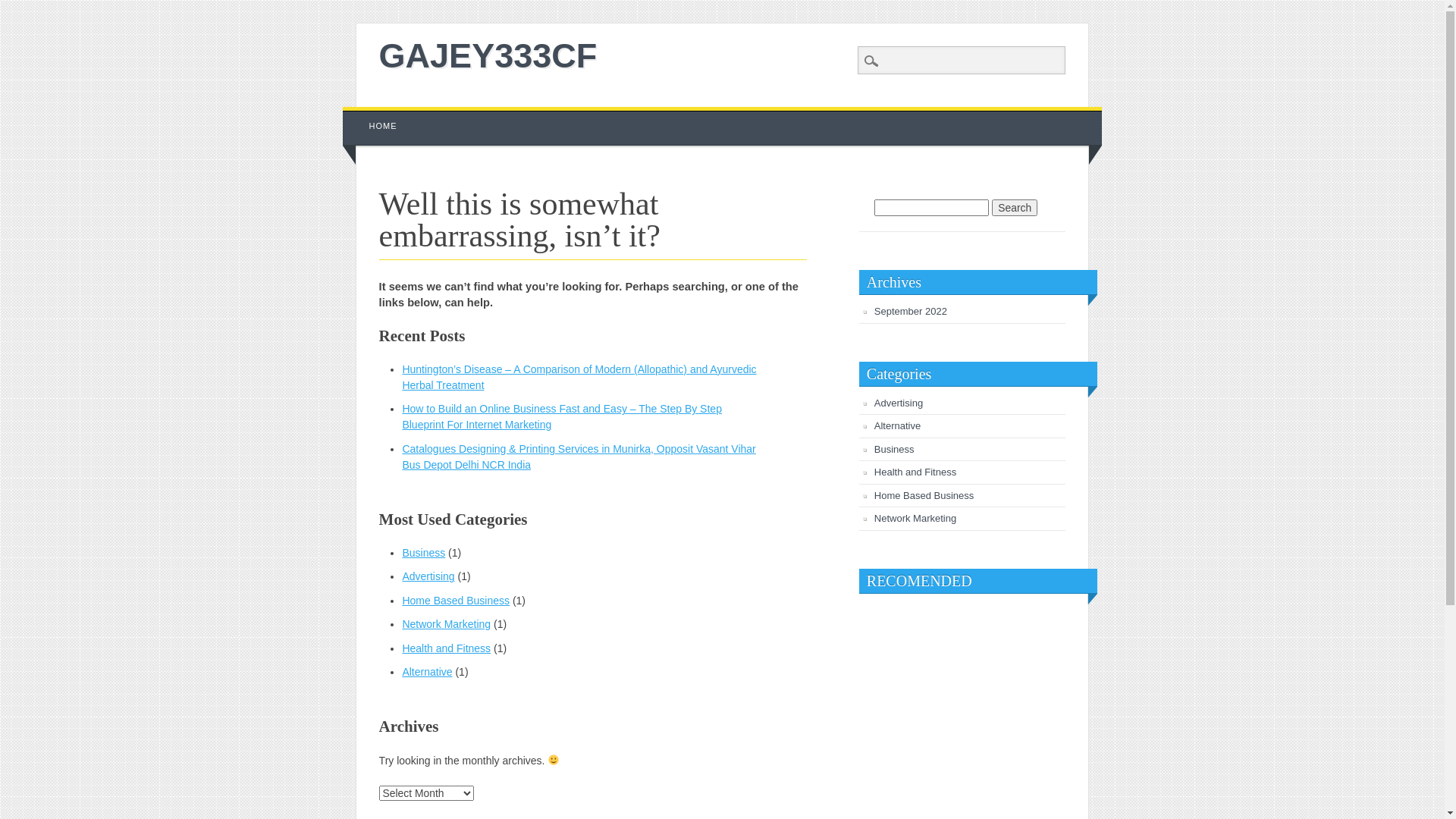 The image size is (1456, 819). Describe the element at coordinates (22, 8) in the screenshot. I see `'Search'` at that location.